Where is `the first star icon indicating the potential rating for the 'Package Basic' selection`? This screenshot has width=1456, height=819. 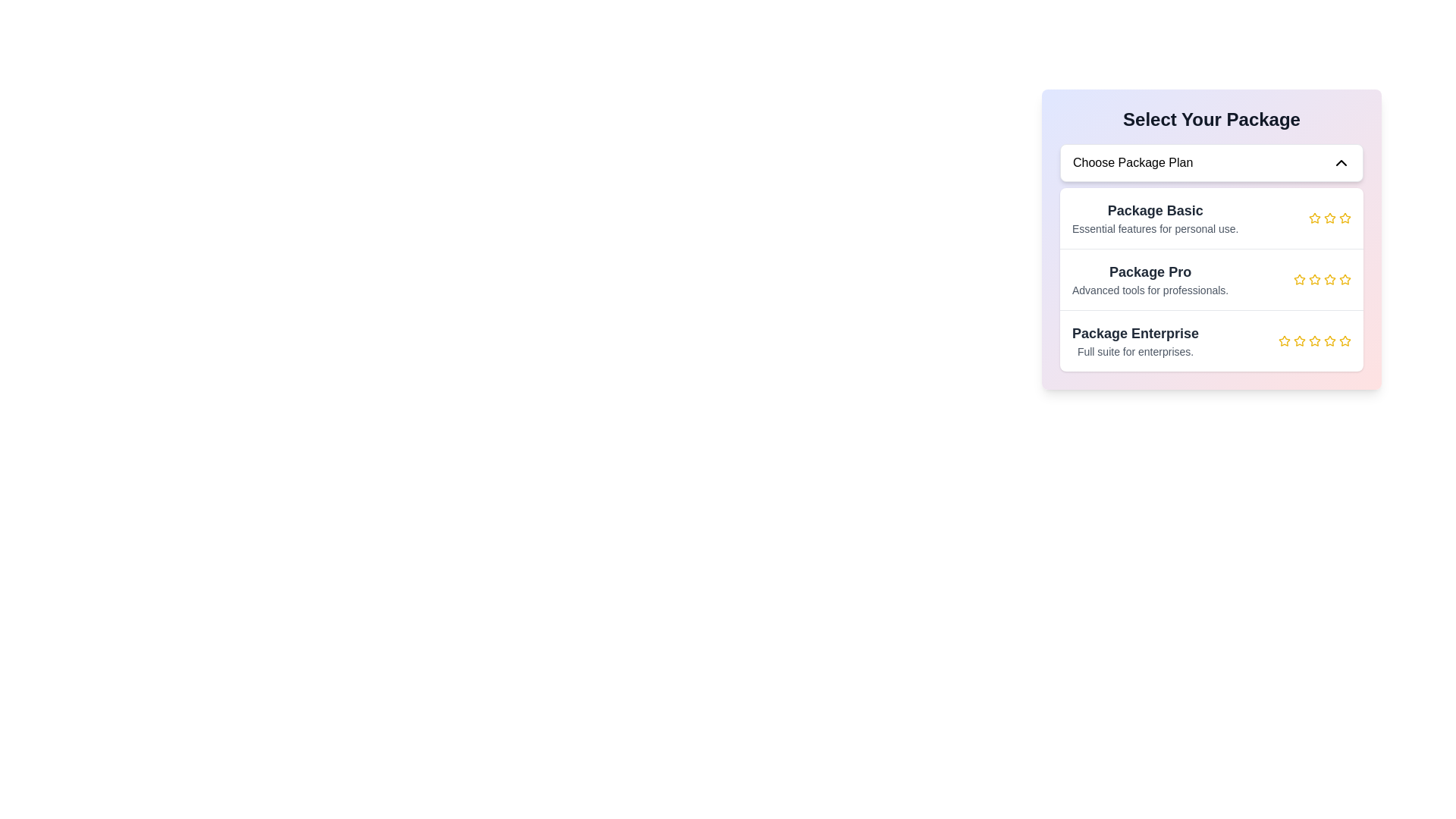 the first star icon indicating the potential rating for the 'Package Basic' selection is located at coordinates (1345, 218).